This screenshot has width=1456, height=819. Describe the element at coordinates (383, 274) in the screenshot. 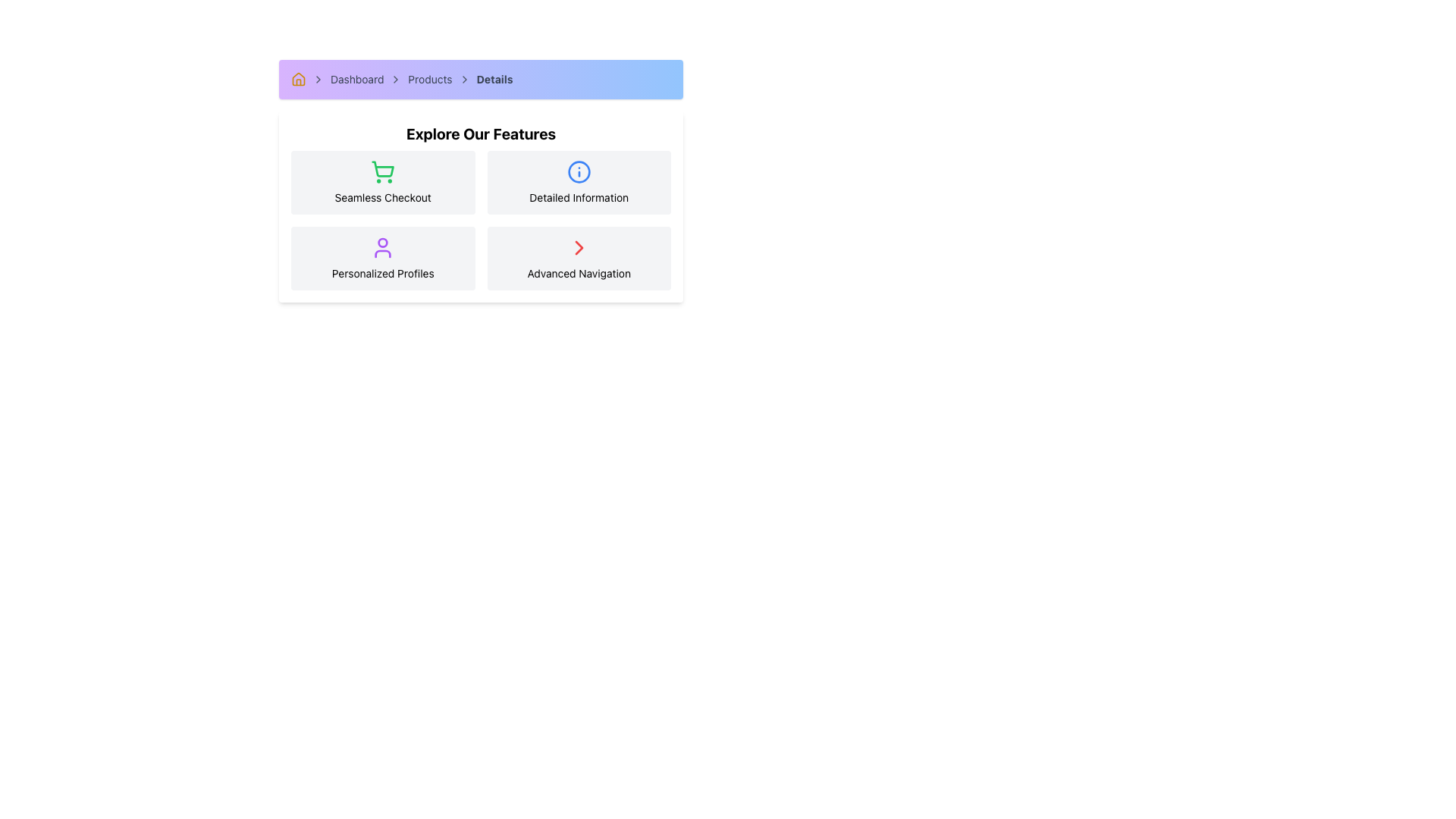

I see `the 'Personalized Profiles' text label located below the user icon in the bottom-left quadrant of the card layout` at that location.